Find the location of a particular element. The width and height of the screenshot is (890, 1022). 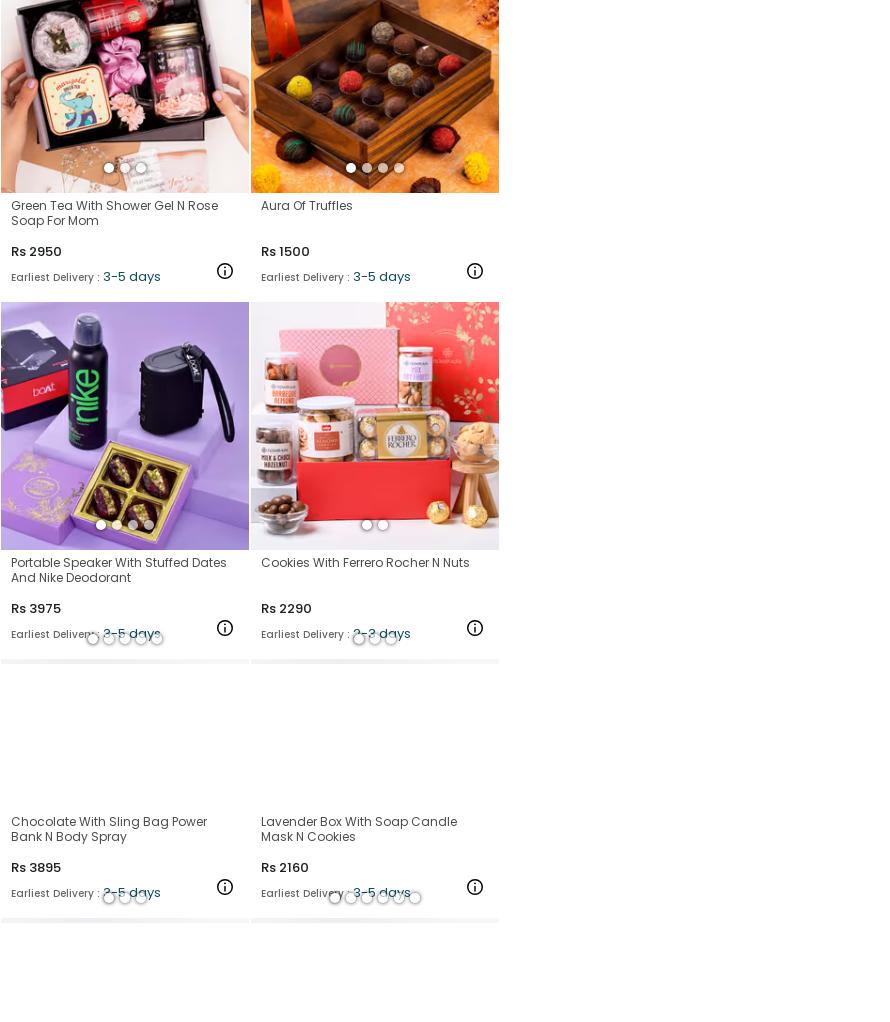

'Aura Of Truffles' is located at coordinates (306, 204).